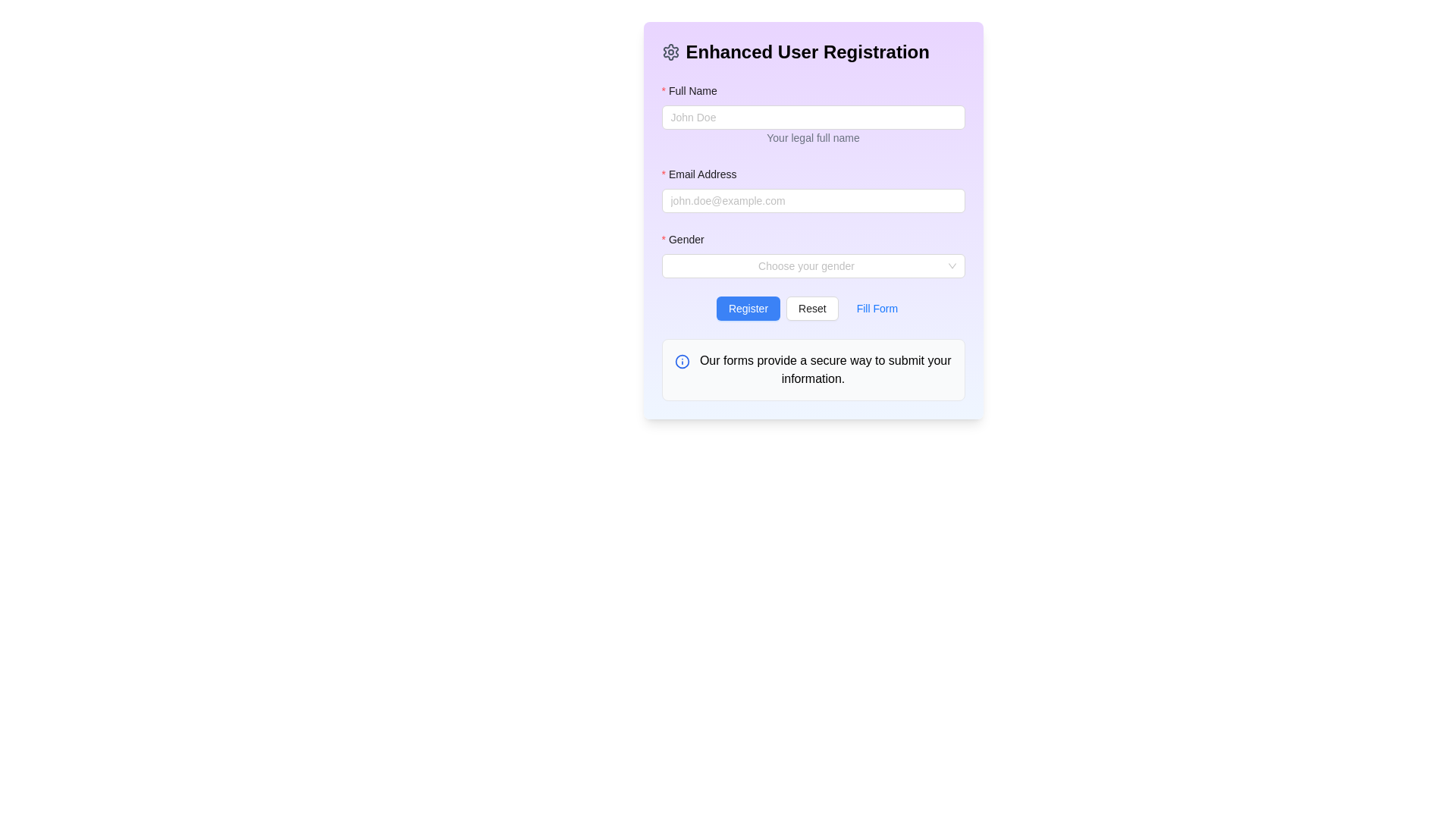  What do you see at coordinates (748, 308) in the screenshot?
I see `the blue 'Register' button located at the bottom of the registration form` at bounding box center [748, 308].